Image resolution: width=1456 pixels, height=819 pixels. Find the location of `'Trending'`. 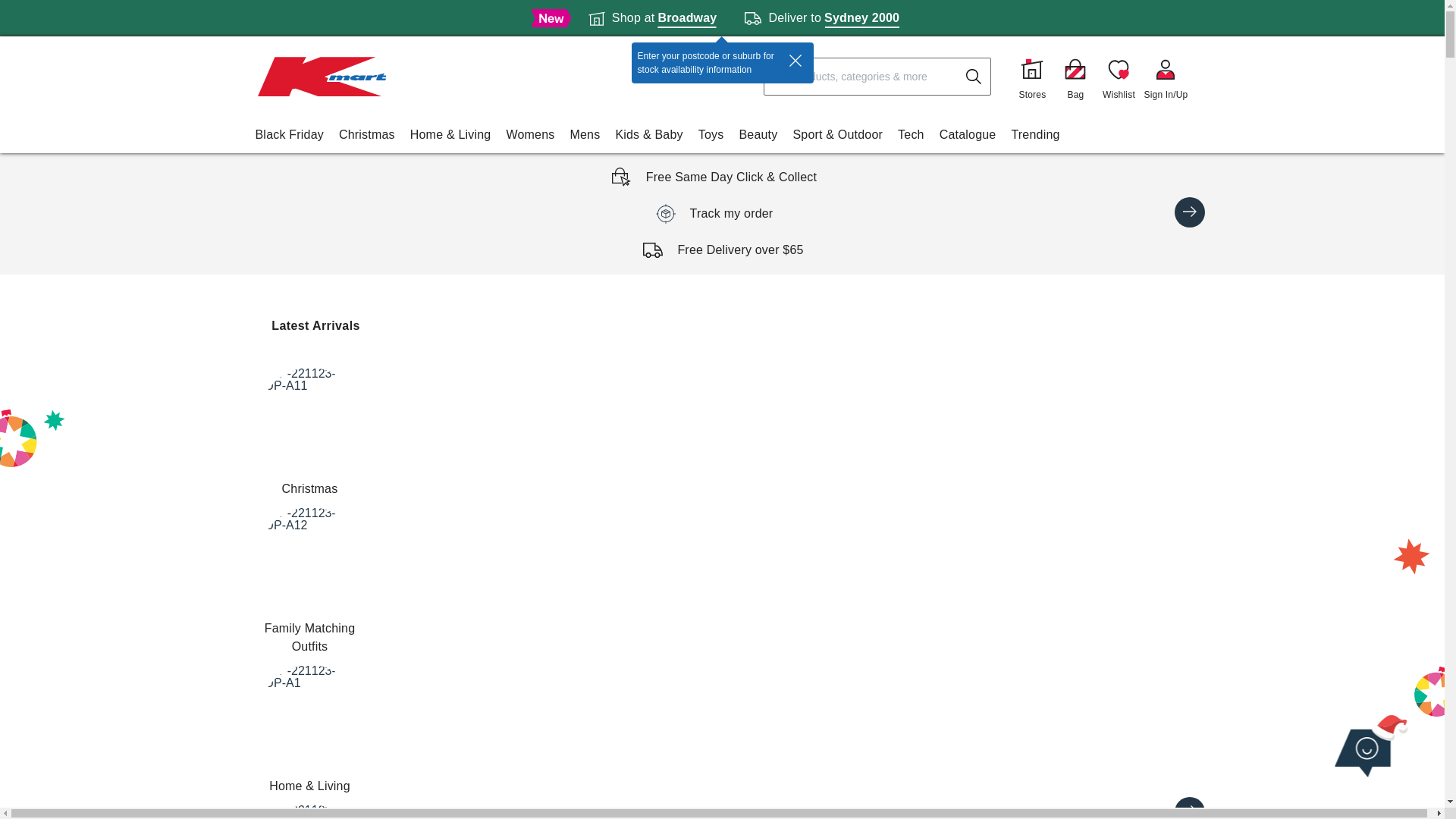

'Trending' is located at coordinates (1034, 133).